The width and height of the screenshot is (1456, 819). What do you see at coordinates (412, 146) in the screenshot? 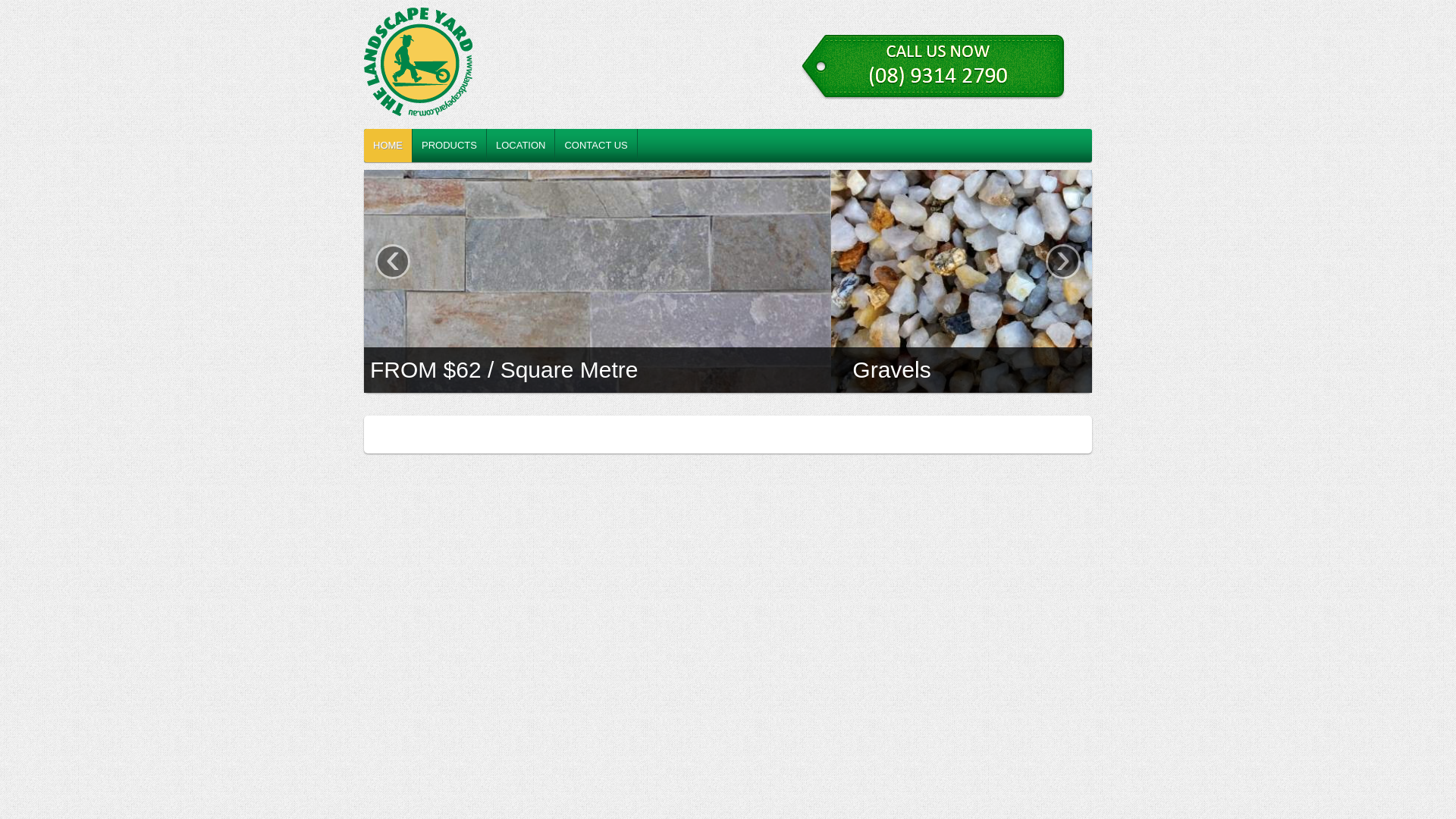
I see `'PRODUCTS'` at bounding box center [412, 146].